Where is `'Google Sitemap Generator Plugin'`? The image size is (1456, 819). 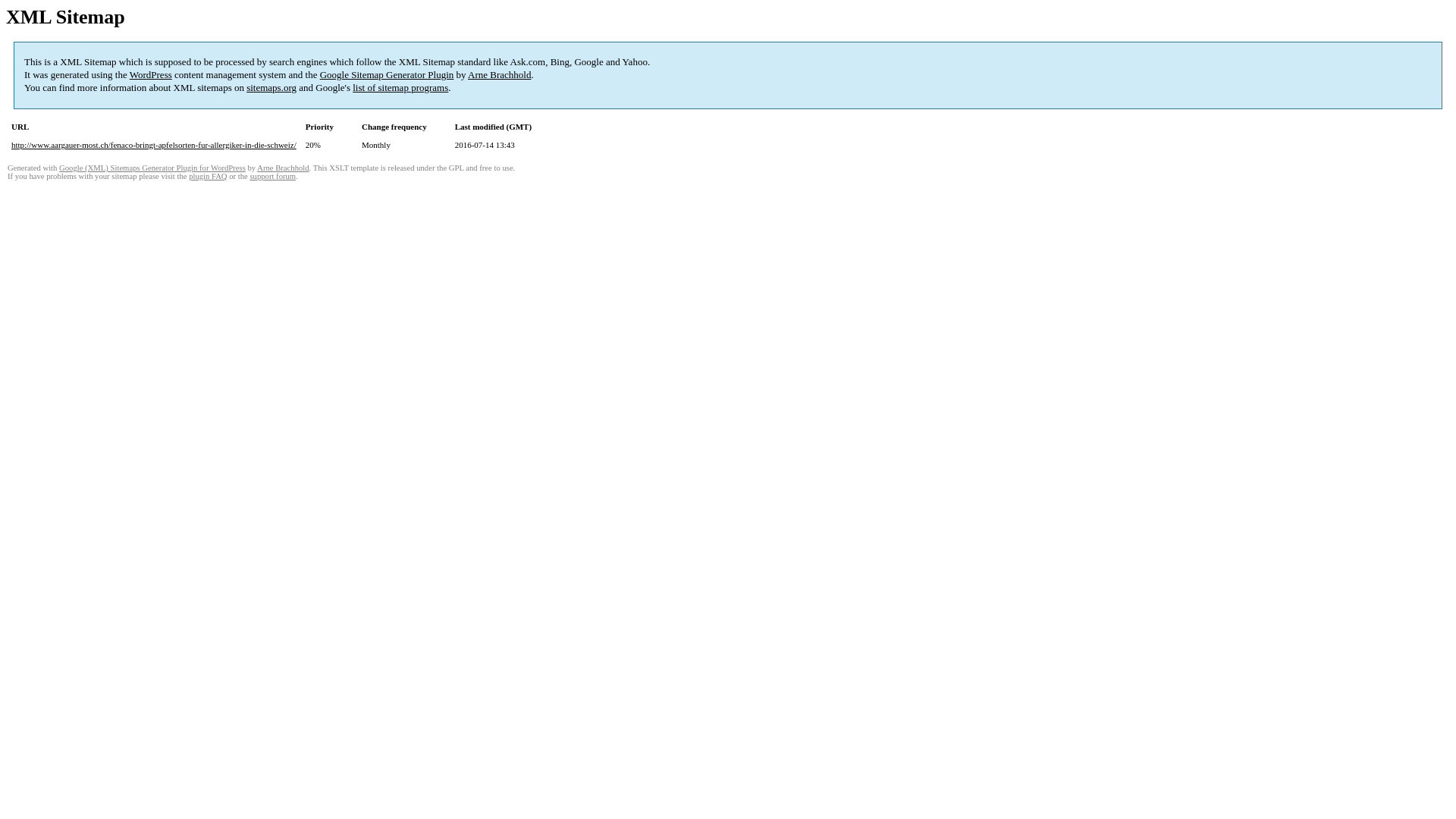
'Google Sitemap Generator Plugin' is located at coordinates (319, 74).